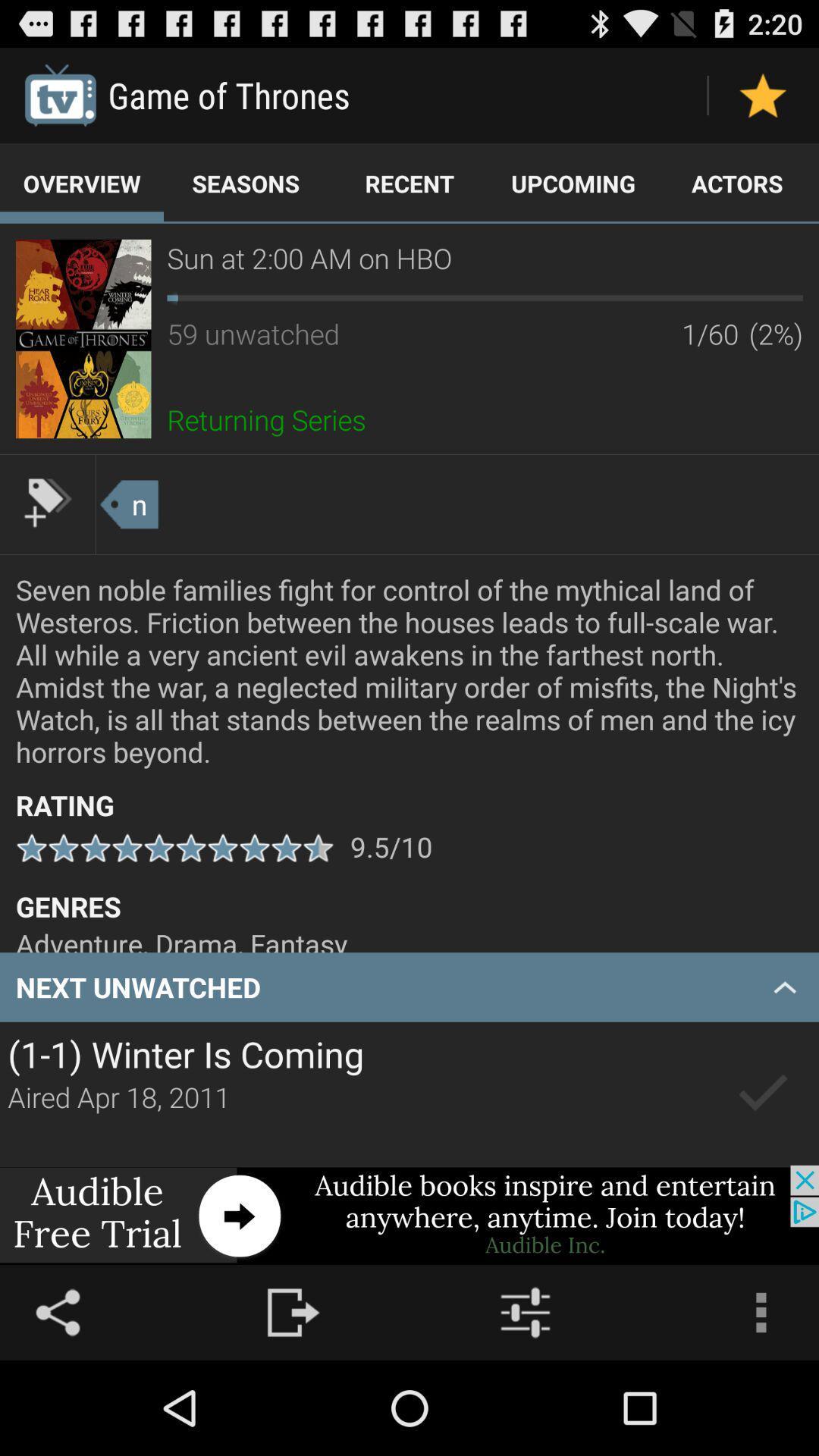 This screenshot has height=1456, width=819. What do you see at coordinates (763, 1169) in the screenshot?
I see `the check icon` at bounding box center [763, 1169].